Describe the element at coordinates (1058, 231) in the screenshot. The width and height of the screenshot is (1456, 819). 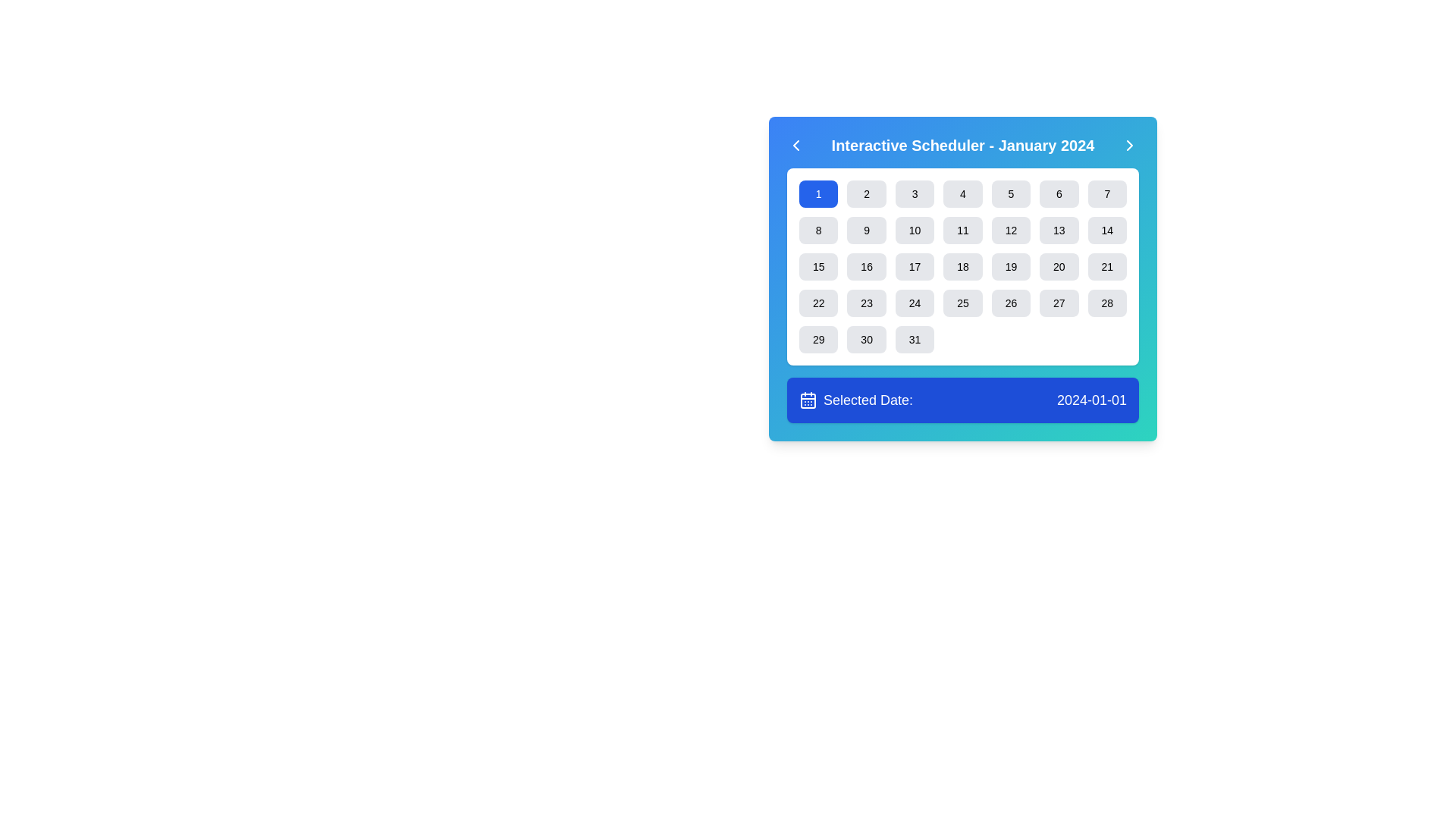
I see `the date '13' button in the second row and sixth column of the monthly calendar view` at that location.